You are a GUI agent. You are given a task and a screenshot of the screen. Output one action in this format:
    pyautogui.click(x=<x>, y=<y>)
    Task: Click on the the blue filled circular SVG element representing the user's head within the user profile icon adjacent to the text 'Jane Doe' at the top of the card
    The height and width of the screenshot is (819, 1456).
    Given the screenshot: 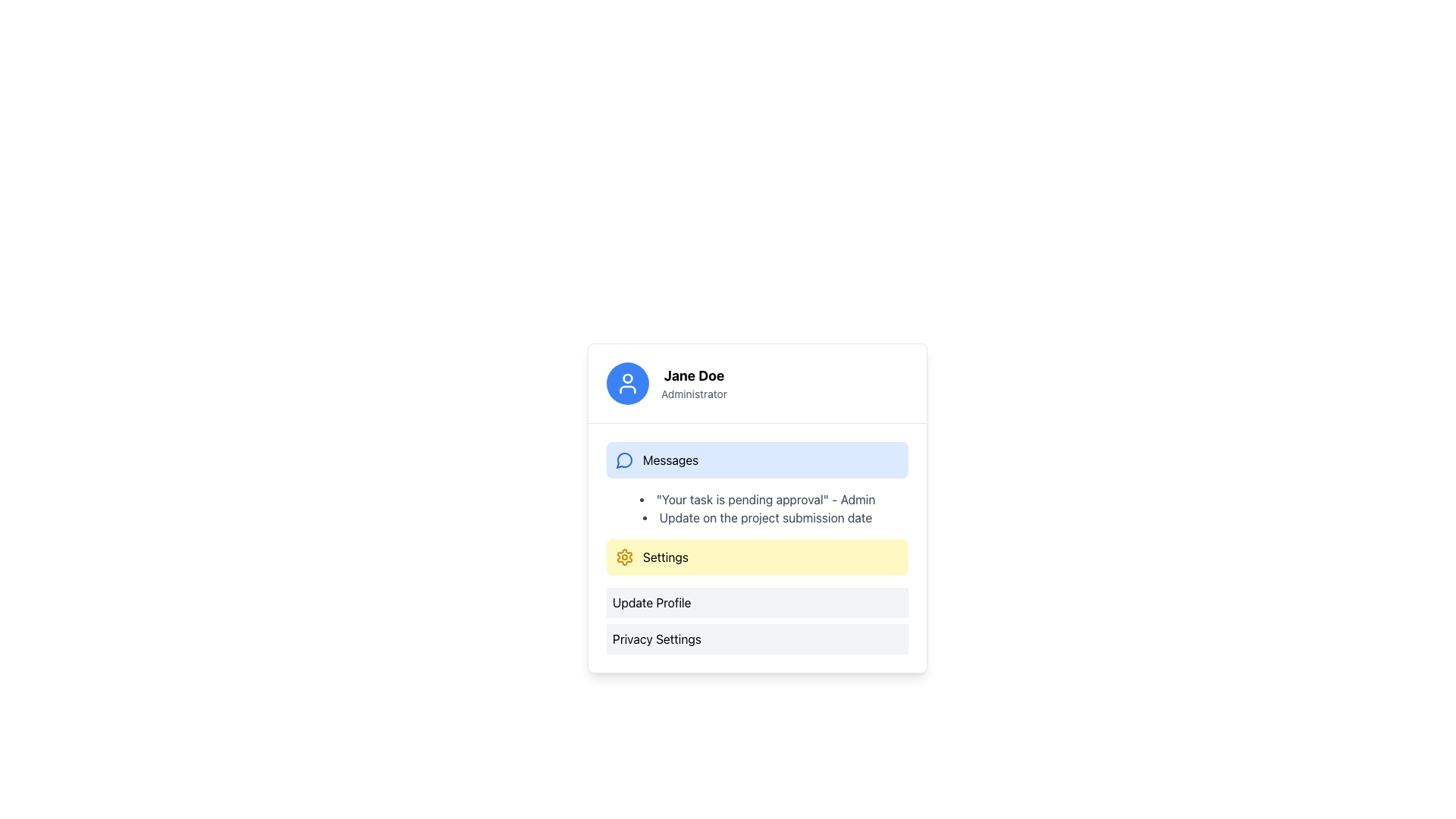 What is the action you would take?
    pyautogui.click(x=628, y=377)
    